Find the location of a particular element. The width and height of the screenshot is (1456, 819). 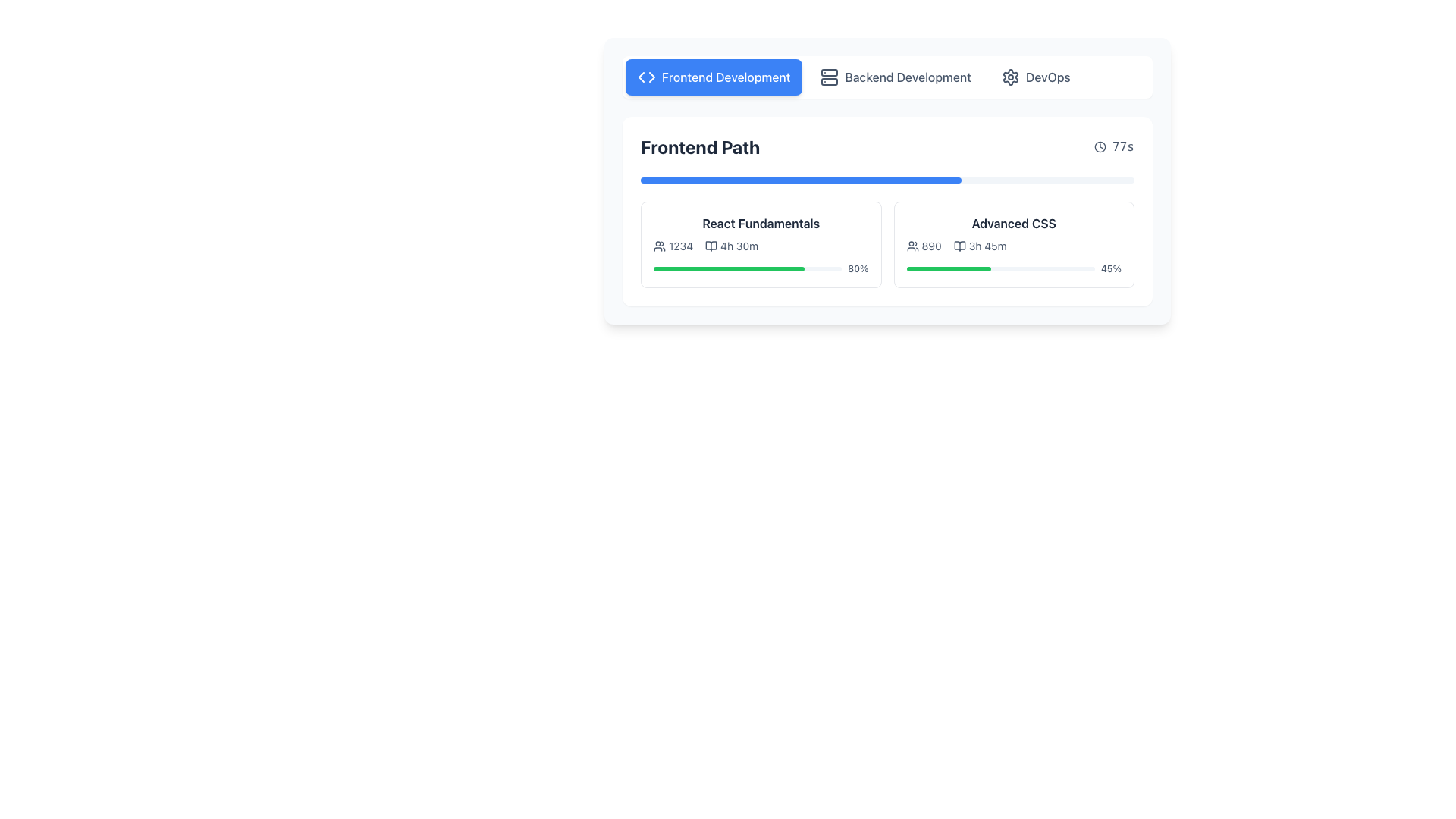

the 'Advanced CSS' course title text label located at the top of the right course card is located at coordinates (1014, 223).